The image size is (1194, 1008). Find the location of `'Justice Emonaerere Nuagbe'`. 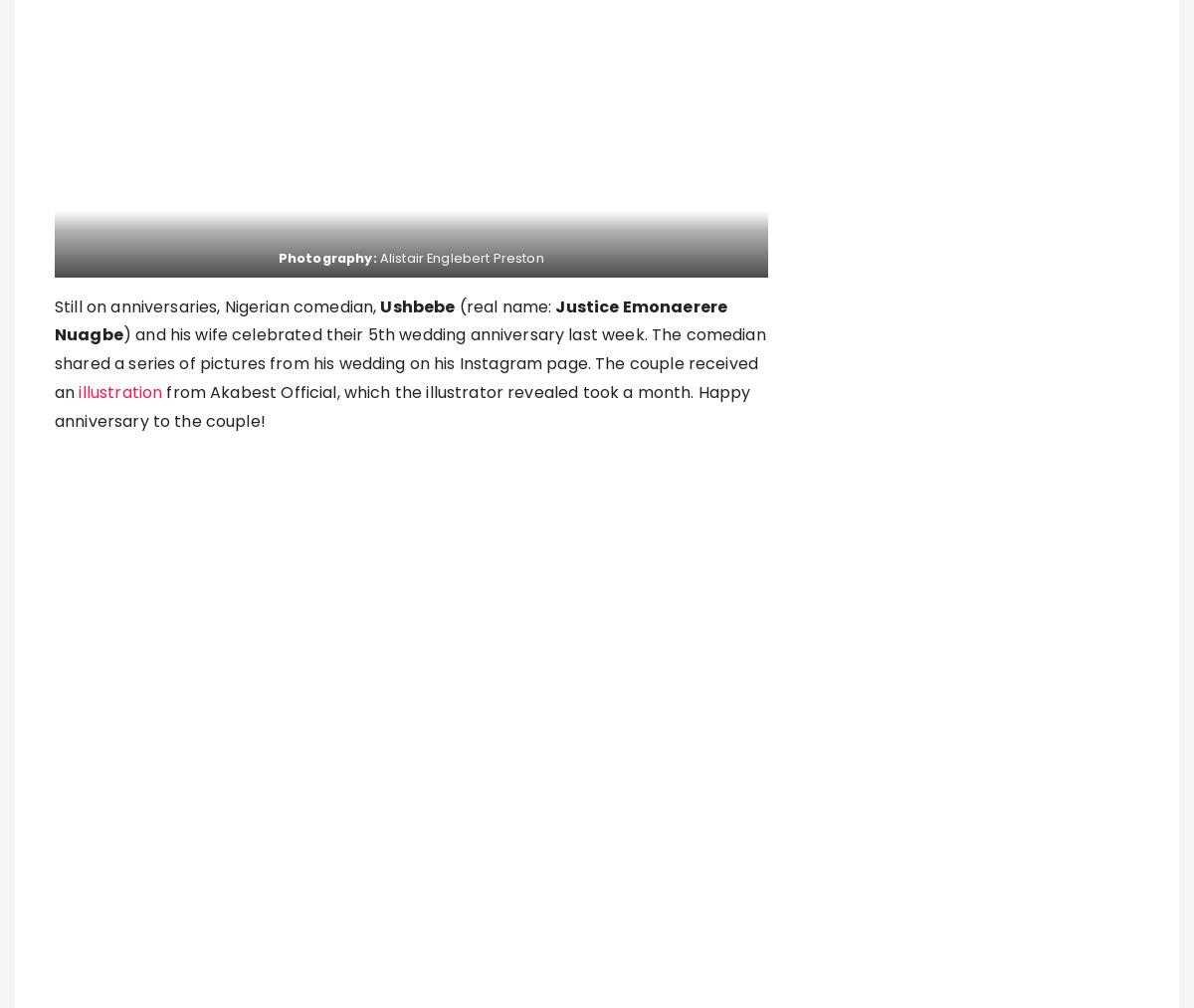

'Justice Emonaerere Nuagbe' is located at coordinates (54, 320).